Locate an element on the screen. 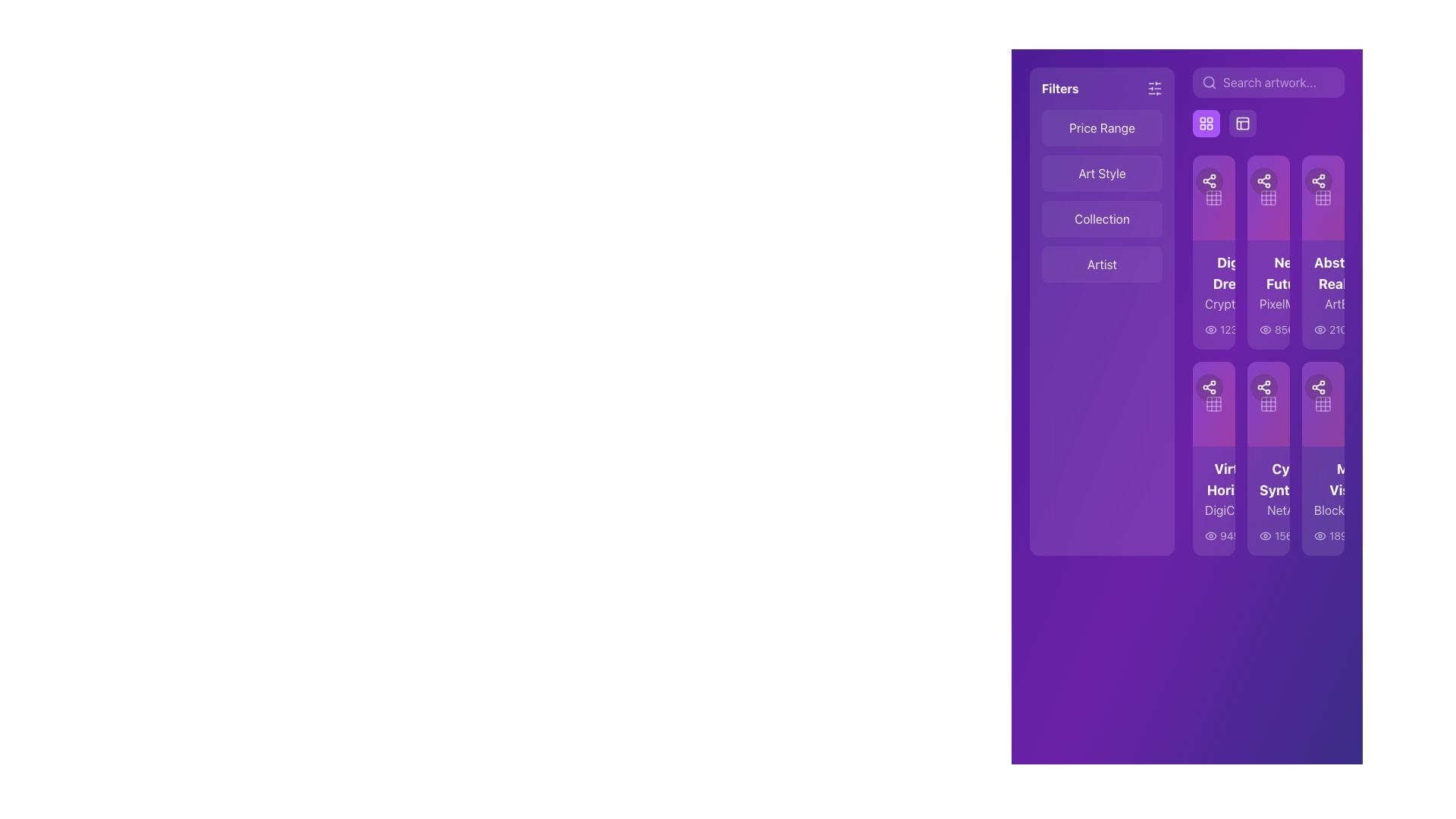  to interact with the second card in the third column of the vertically arranged list of card-like components representing an item, such as digital artwork is located at coordinates (1269, 500).